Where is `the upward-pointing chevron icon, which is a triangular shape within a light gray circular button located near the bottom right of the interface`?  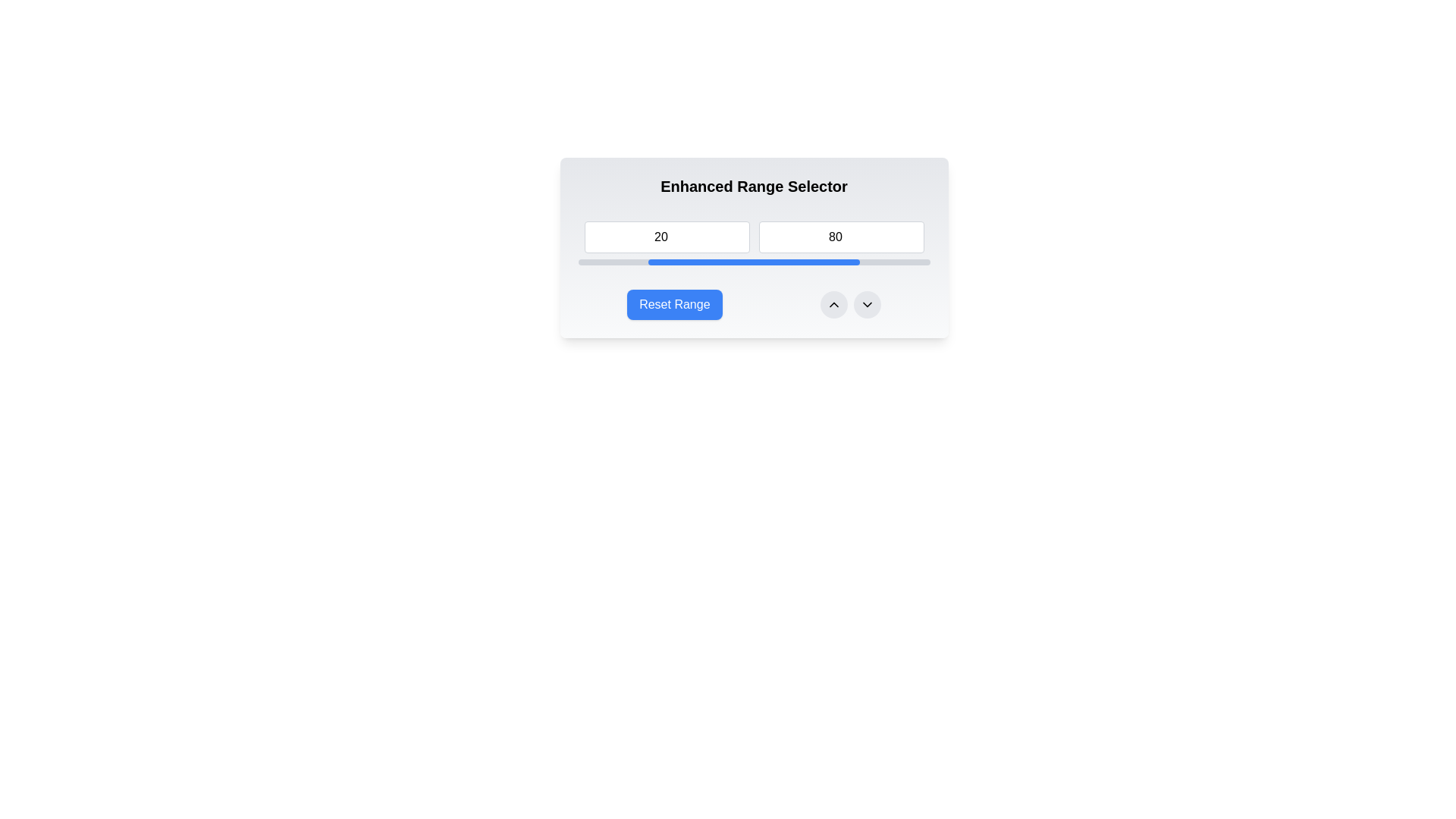 the upward-pointing chevron icon, which is a triangular shape within a light gray circular button located near the bottom right of the interface is located at coordinates (833, 304).